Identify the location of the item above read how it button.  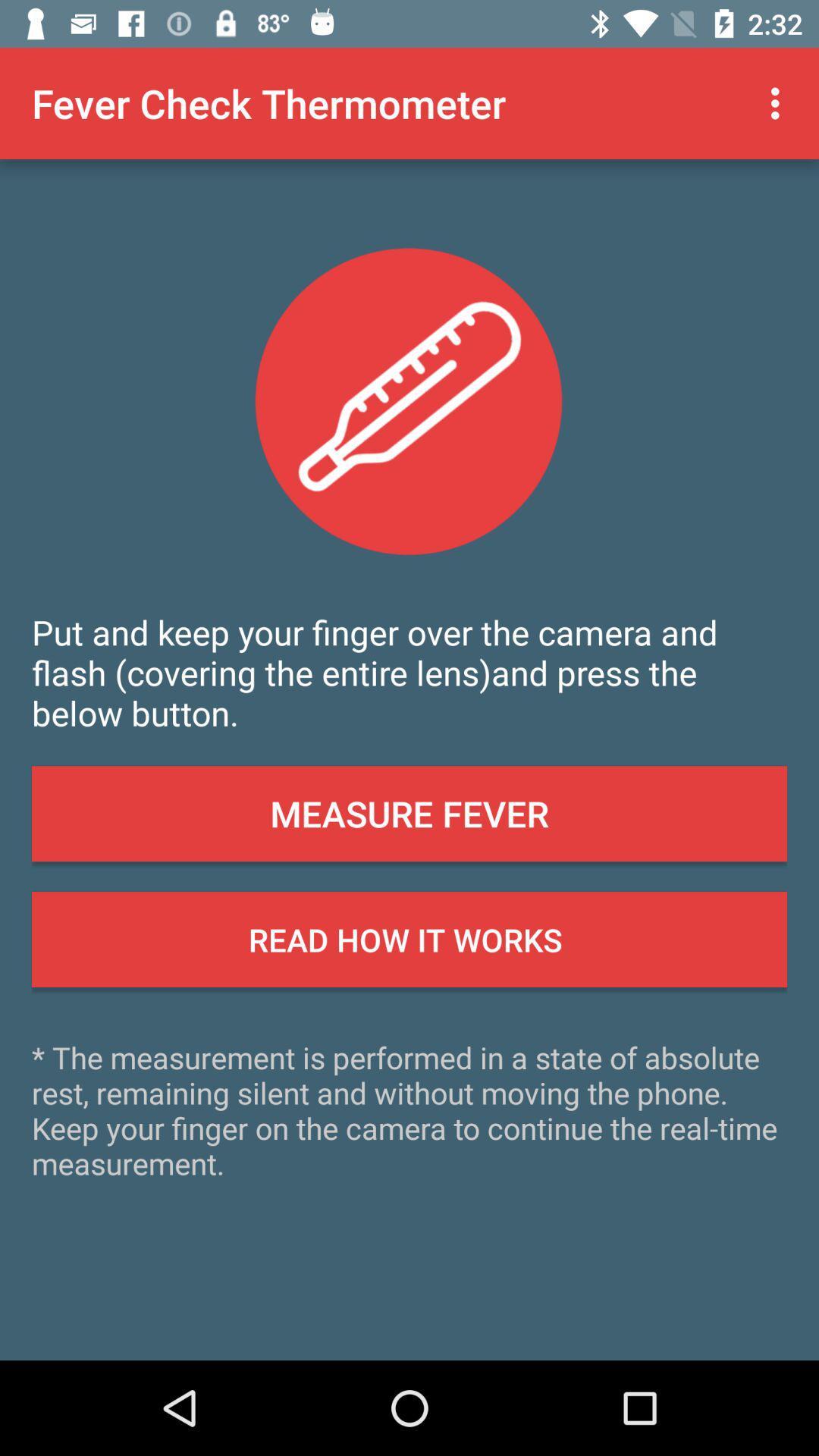
(409, 813).